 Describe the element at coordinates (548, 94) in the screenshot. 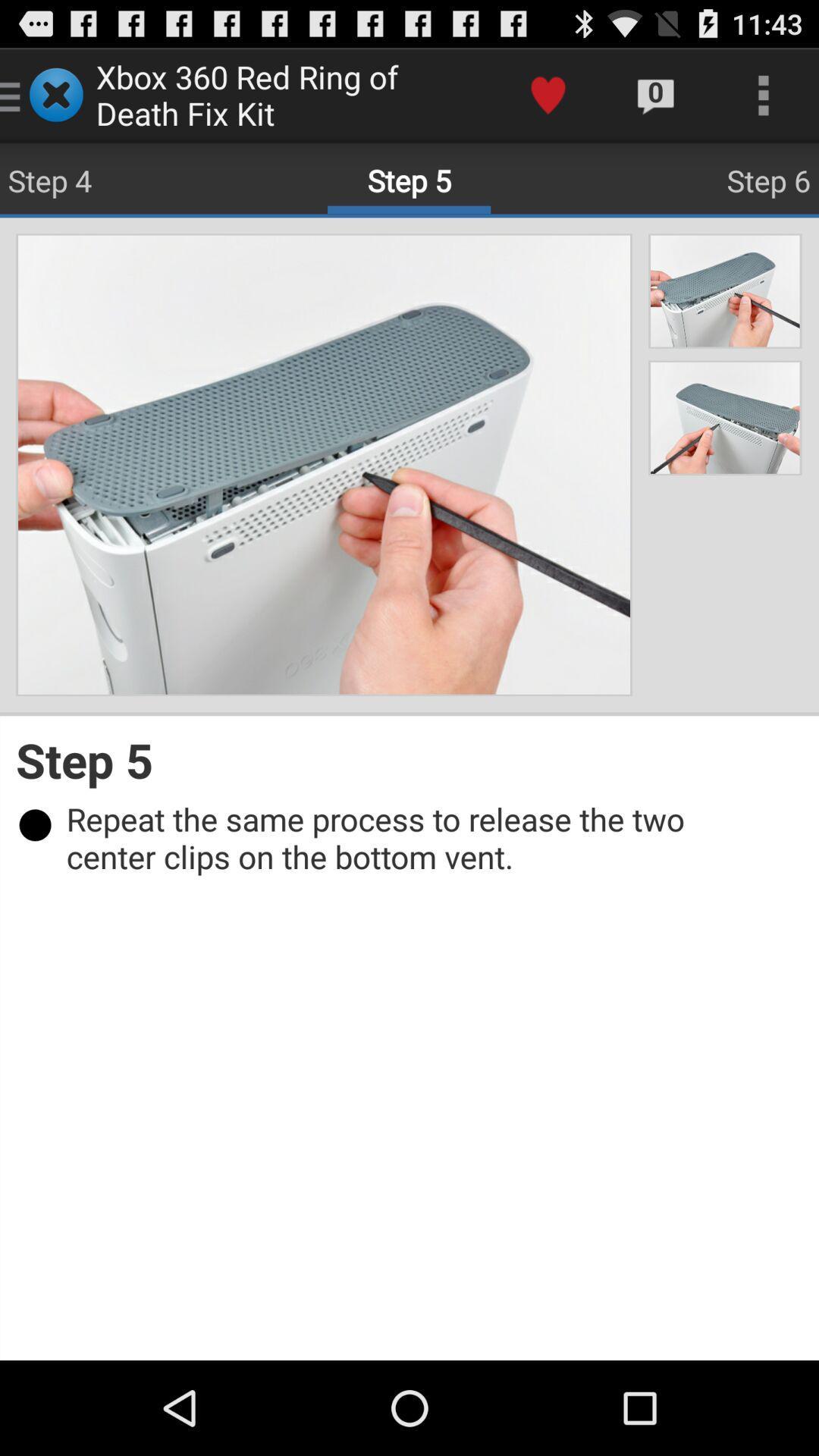

I see `the item next to the xbox 360 red icon` at that location.